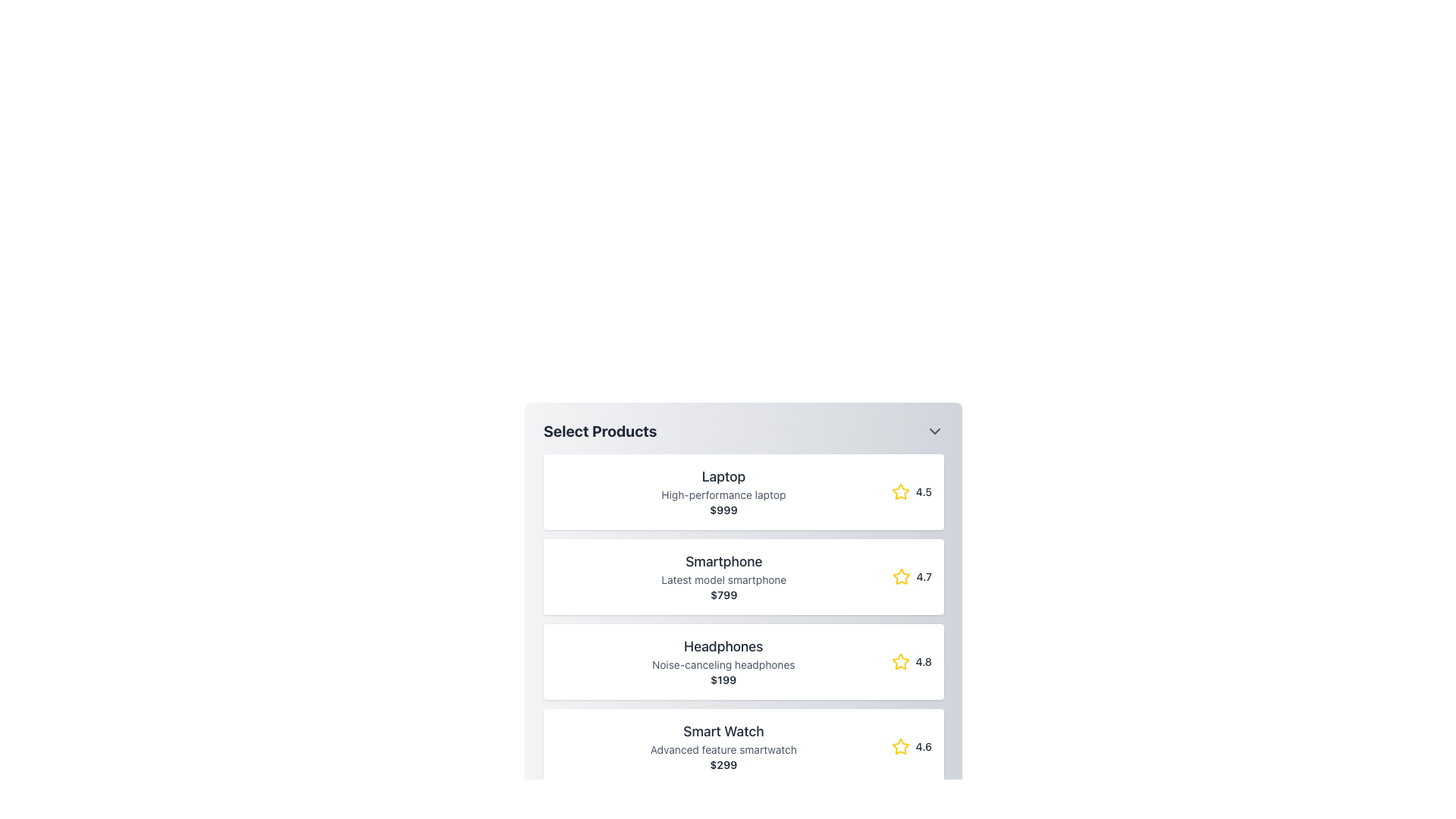  What do you see at coordinates (901, 576) in the screenshot?
I see `the five-pointed star rating icon with a yellow border and white fill, which indicates a rating of 4.7 for the 'Smartphone' item in the product list` at bounding box center [901, 576].